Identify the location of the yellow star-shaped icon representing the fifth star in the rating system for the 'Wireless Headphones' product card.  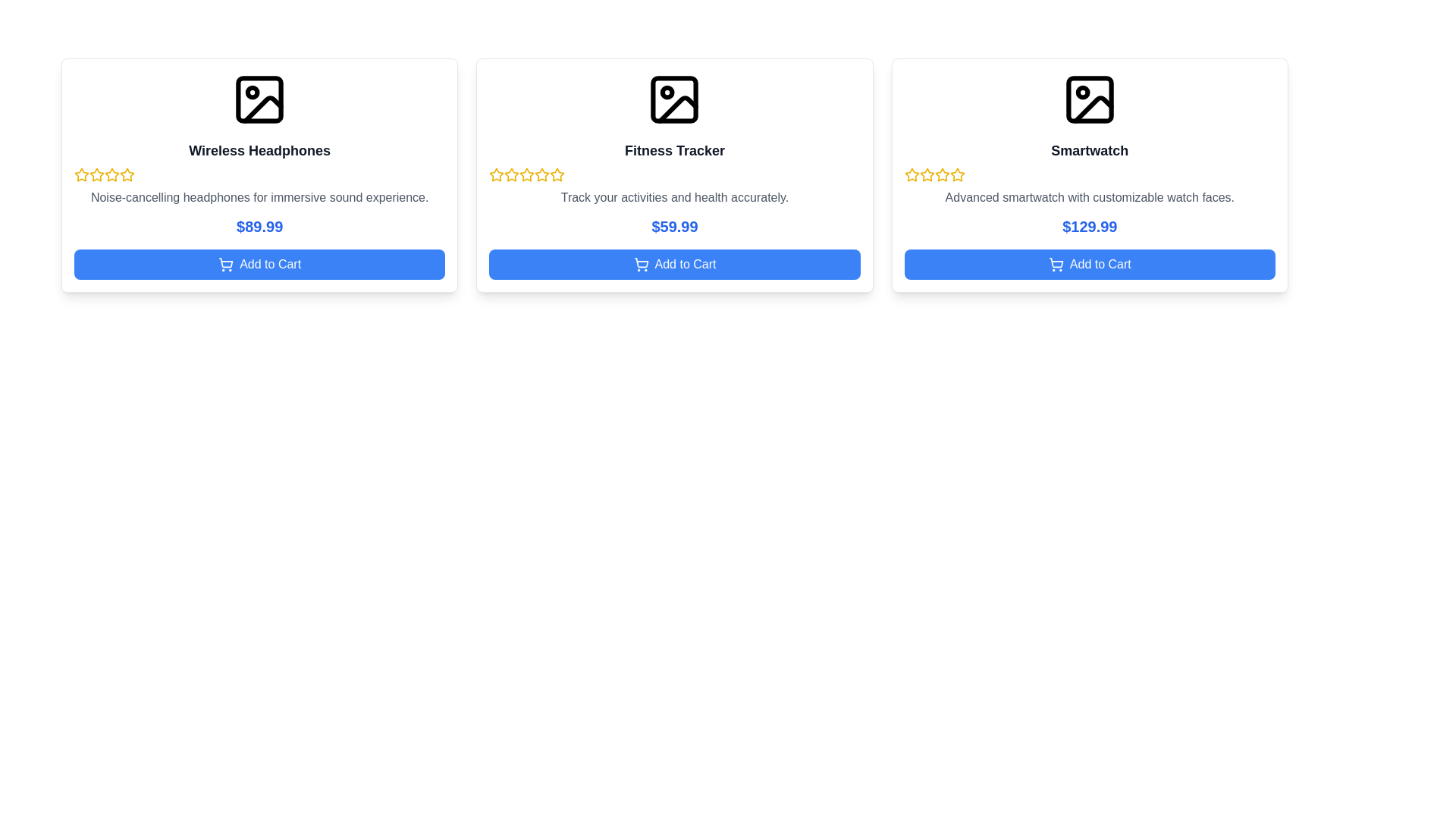
(127, 174).